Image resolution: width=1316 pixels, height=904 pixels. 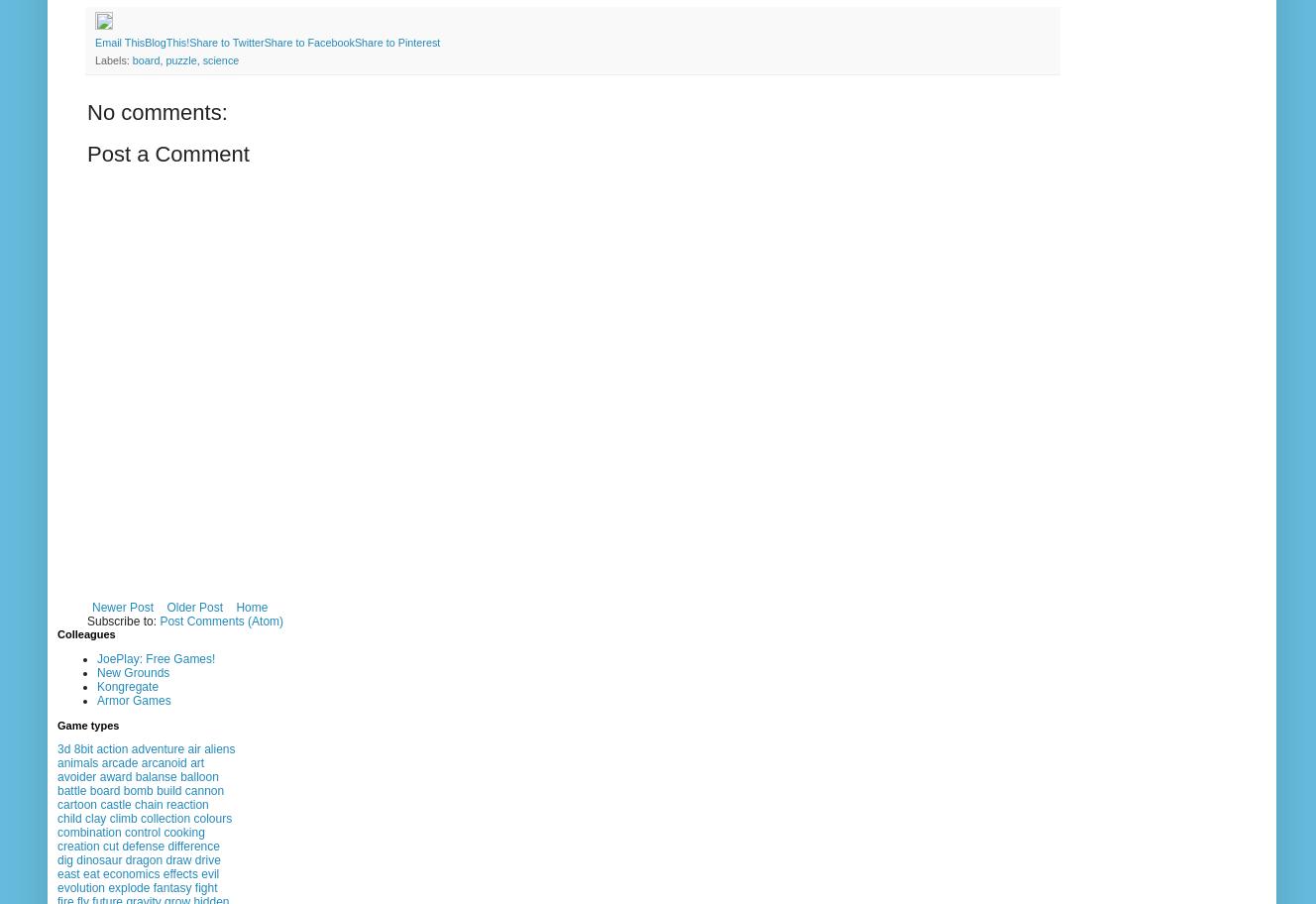 I want to click on 'control', so click(x=124, y=833).